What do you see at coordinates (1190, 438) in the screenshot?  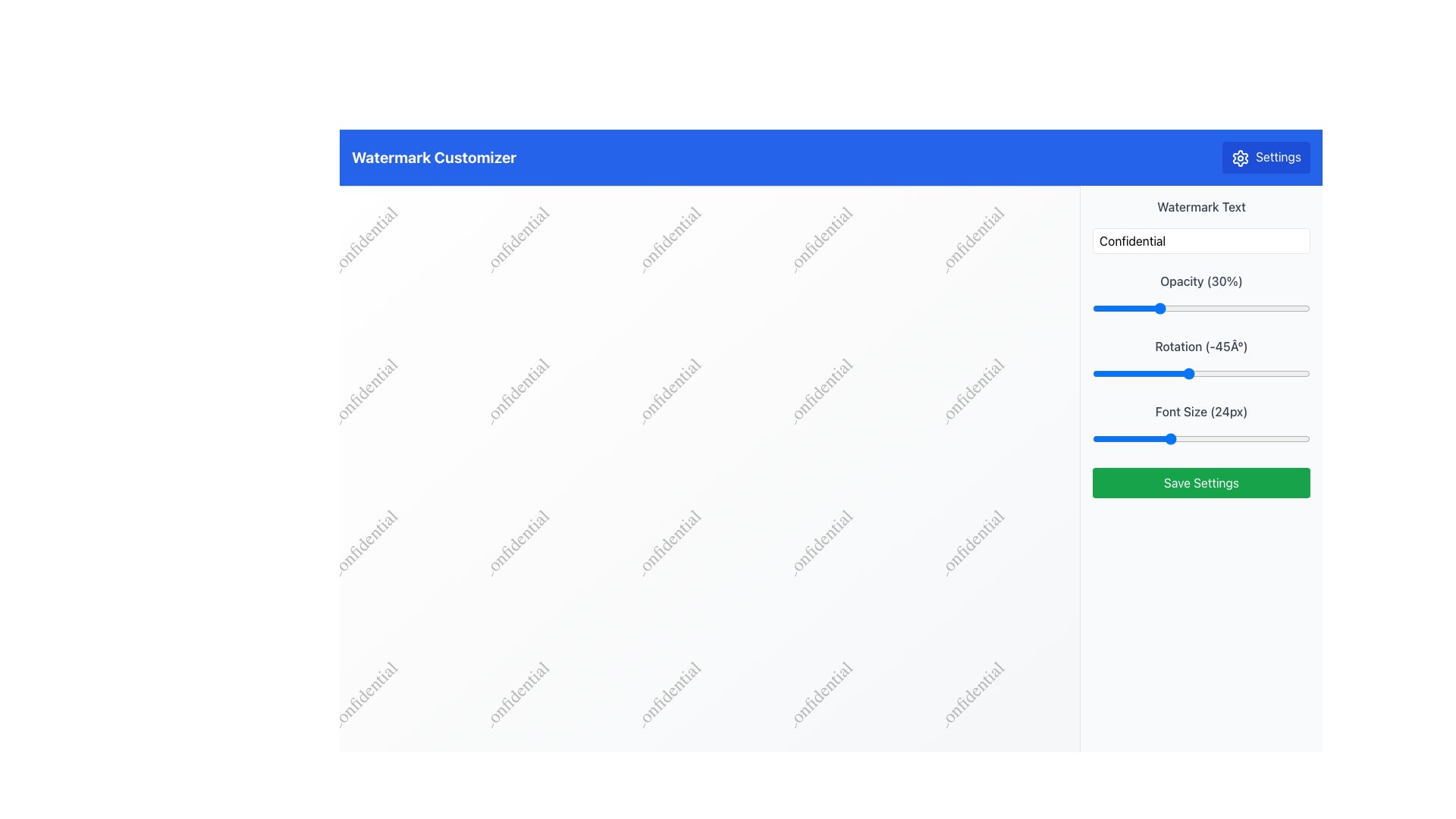 I see `the font size` at bounding box center [1190, 438].